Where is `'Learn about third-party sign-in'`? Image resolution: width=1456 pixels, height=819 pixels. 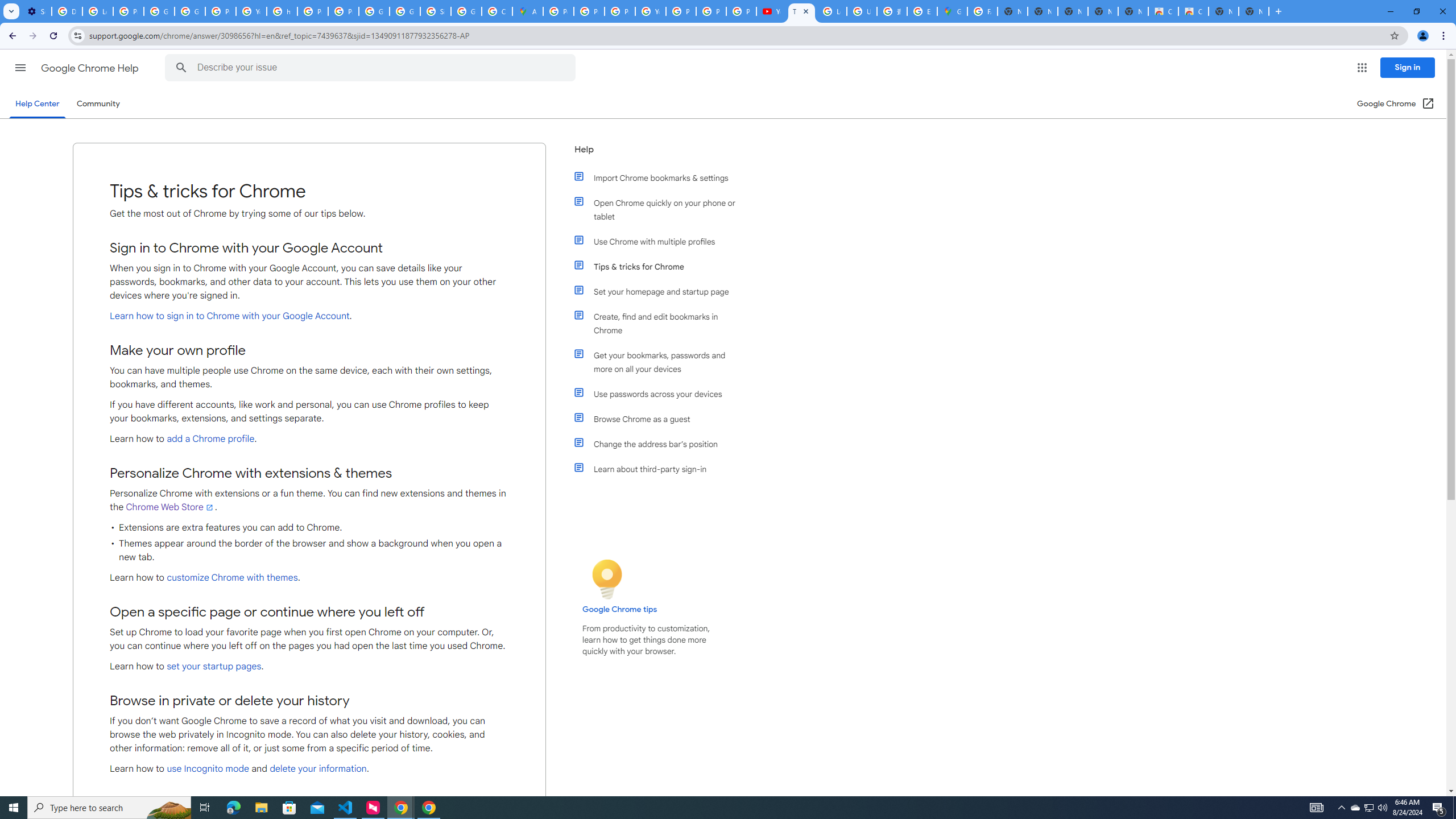 'Learn about third-party sign-in' is located at coordinates (661, 469).